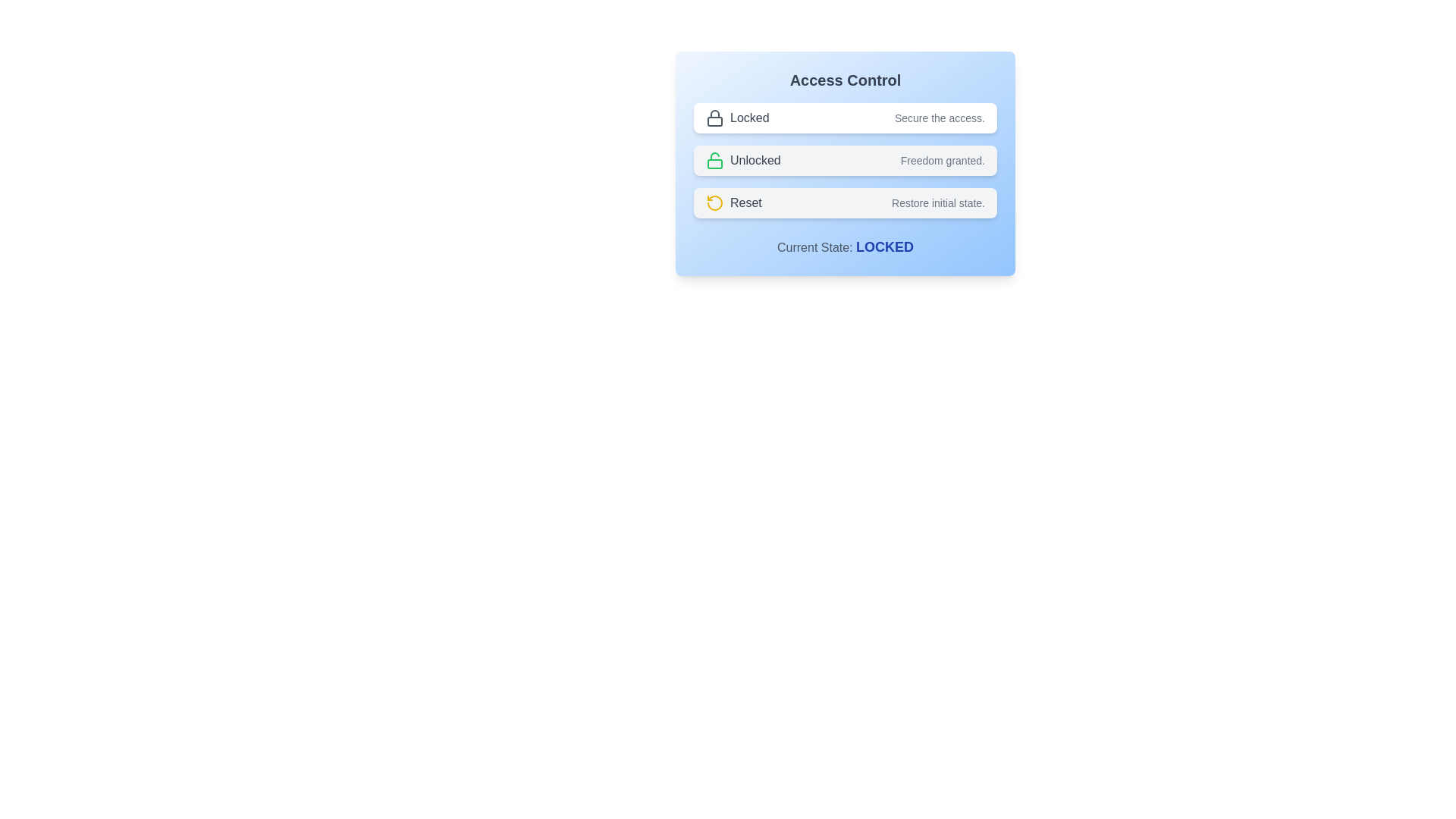 The height and width of the screenshot is (819, 1456). What do you see at coordinates (844, 202) in the screenshot?
I see `the 'Reset' button to restore the initial state` at bounding box center [844, 202].